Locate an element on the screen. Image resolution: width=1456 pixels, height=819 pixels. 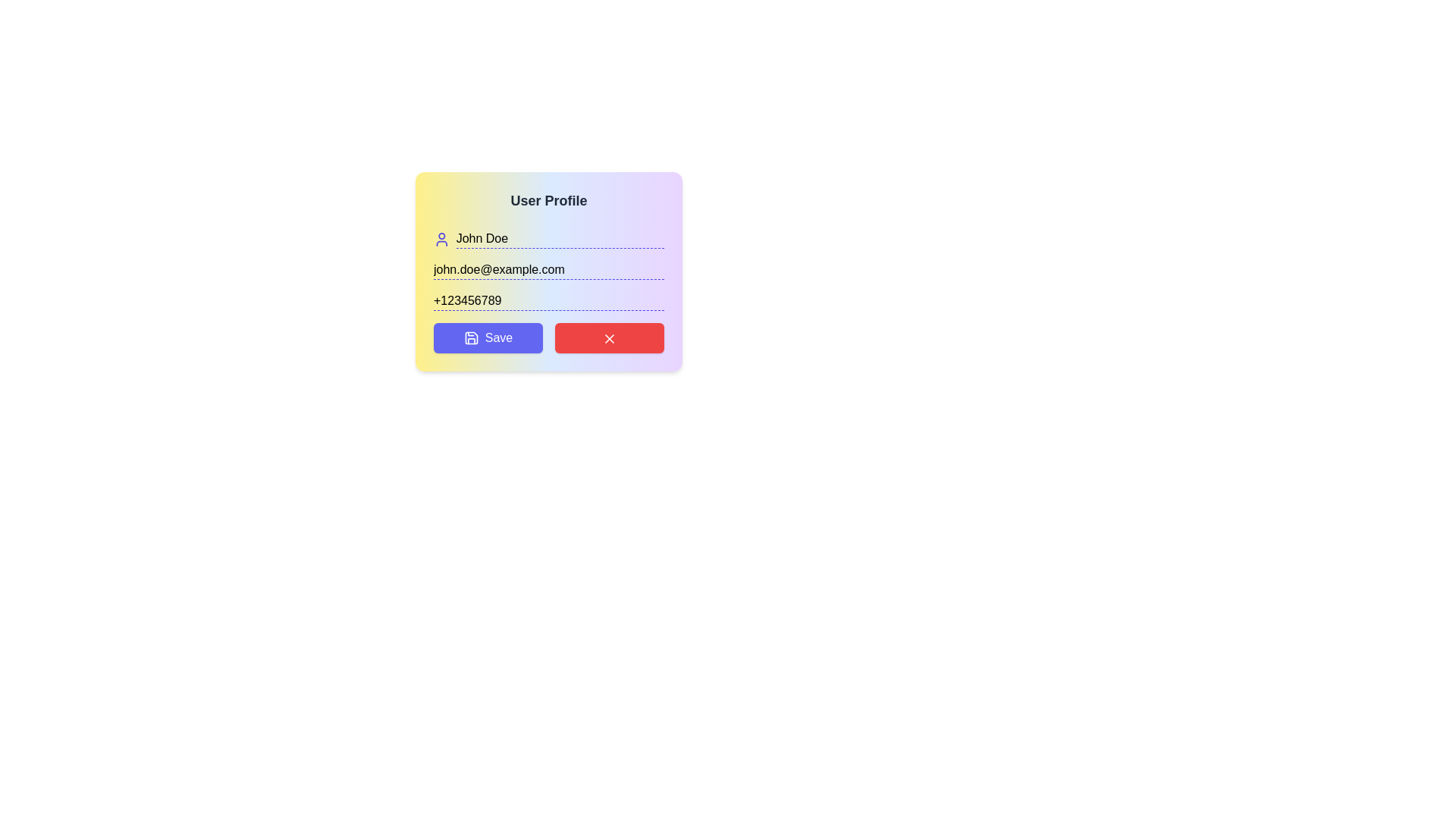
the save button located on the left side of the options at the bottom of the user profile card is located at coordinates (498, 337).